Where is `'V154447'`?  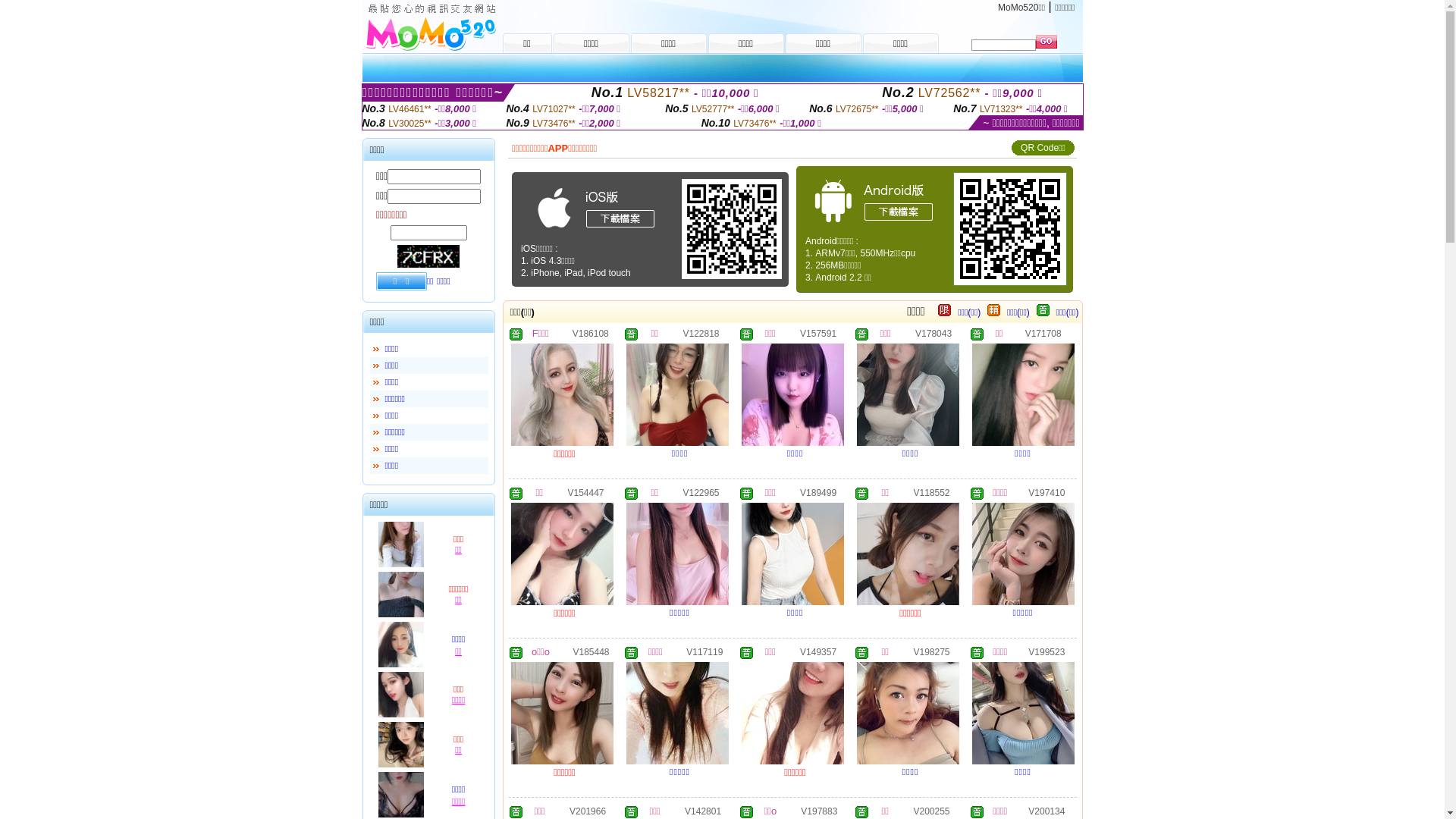 'V154447' is located at coordinates (585, 491).